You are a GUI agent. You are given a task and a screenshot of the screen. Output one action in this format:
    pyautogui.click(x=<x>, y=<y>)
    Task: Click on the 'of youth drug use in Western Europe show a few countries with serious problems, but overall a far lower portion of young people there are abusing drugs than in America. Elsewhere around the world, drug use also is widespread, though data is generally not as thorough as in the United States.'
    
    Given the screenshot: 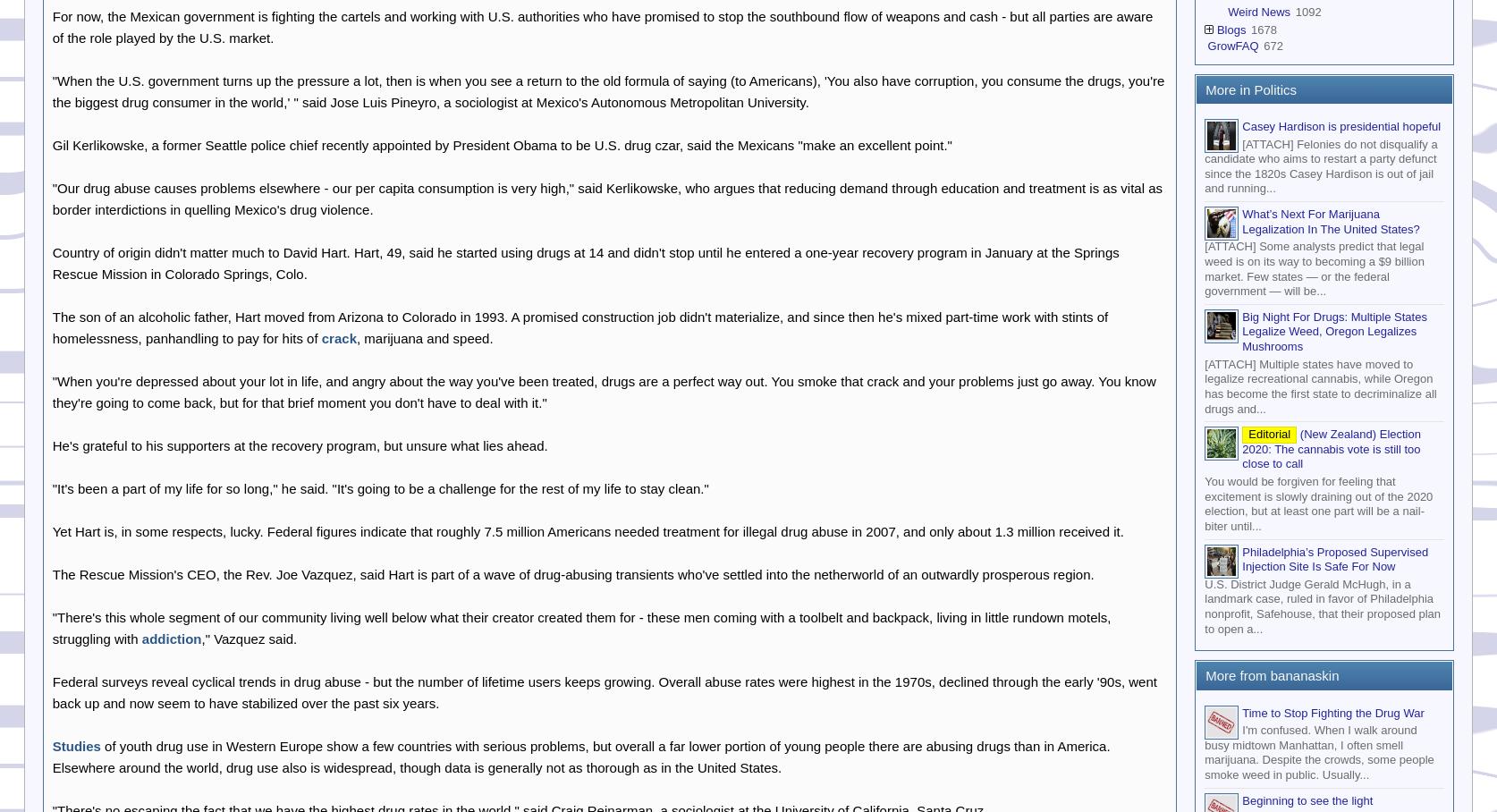 What is the action you would take?
    pyautogui.click(x=580, y=755)
    